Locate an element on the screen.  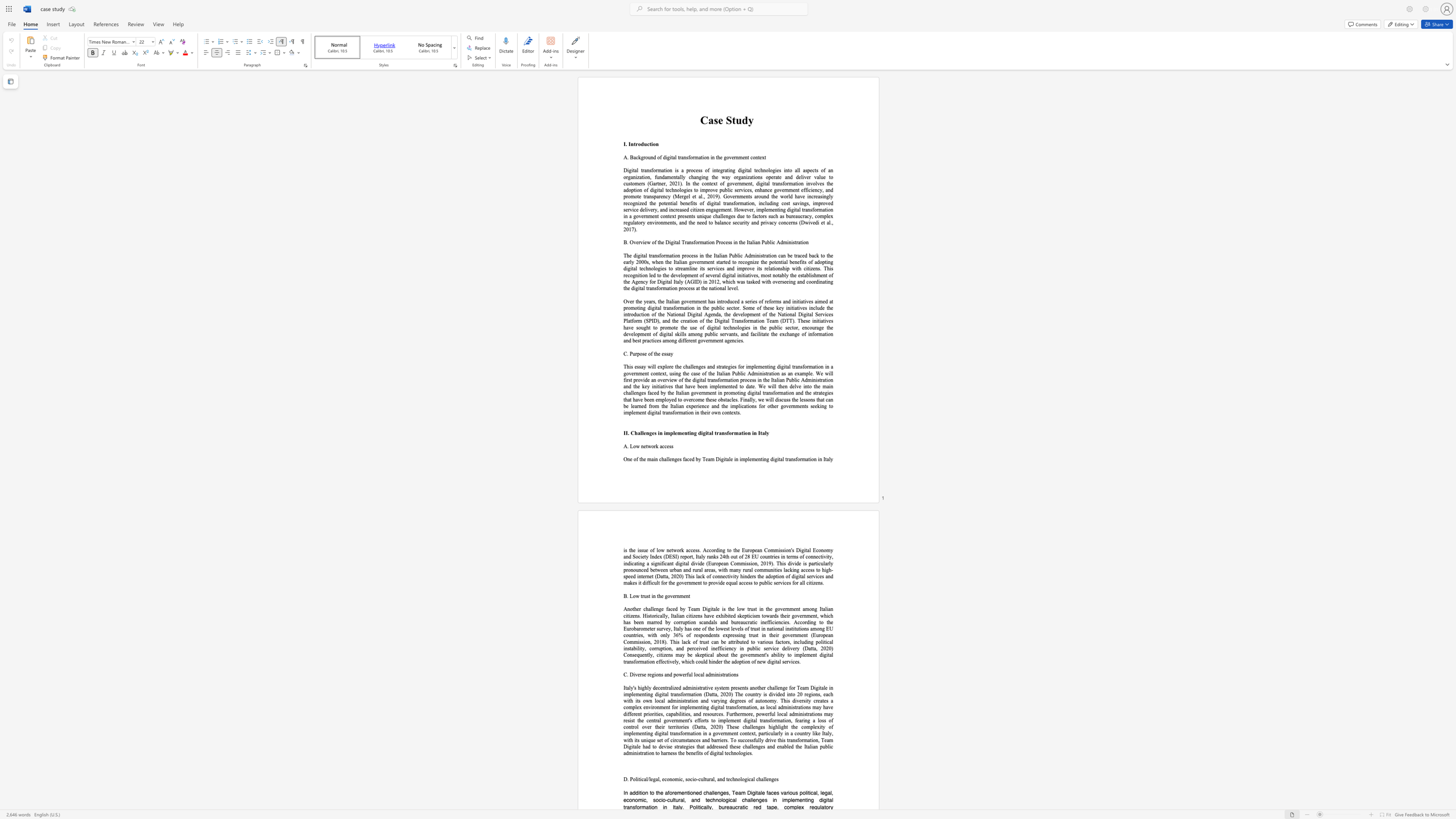
the subset text "rpose of t" within the text "C. Purpose of the essay" is located at coordinates (635, 353).